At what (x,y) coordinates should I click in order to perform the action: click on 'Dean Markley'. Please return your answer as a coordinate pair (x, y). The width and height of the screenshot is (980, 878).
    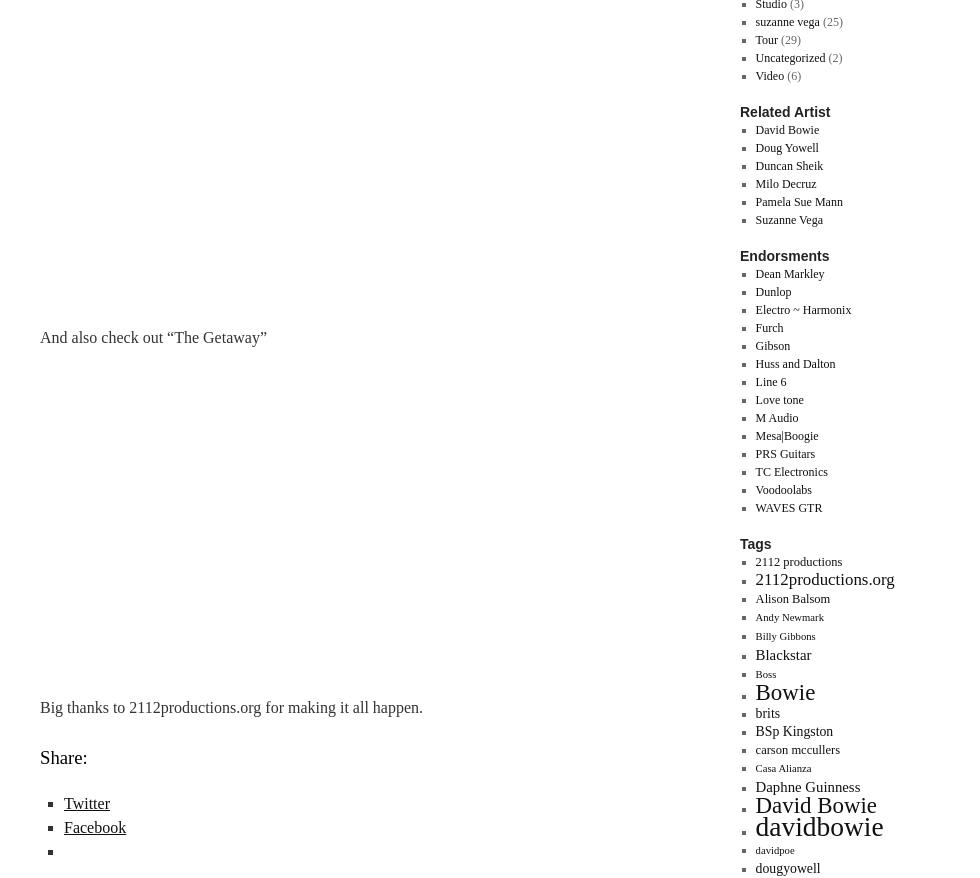
    Looking at the image, I should click on (754, 273).